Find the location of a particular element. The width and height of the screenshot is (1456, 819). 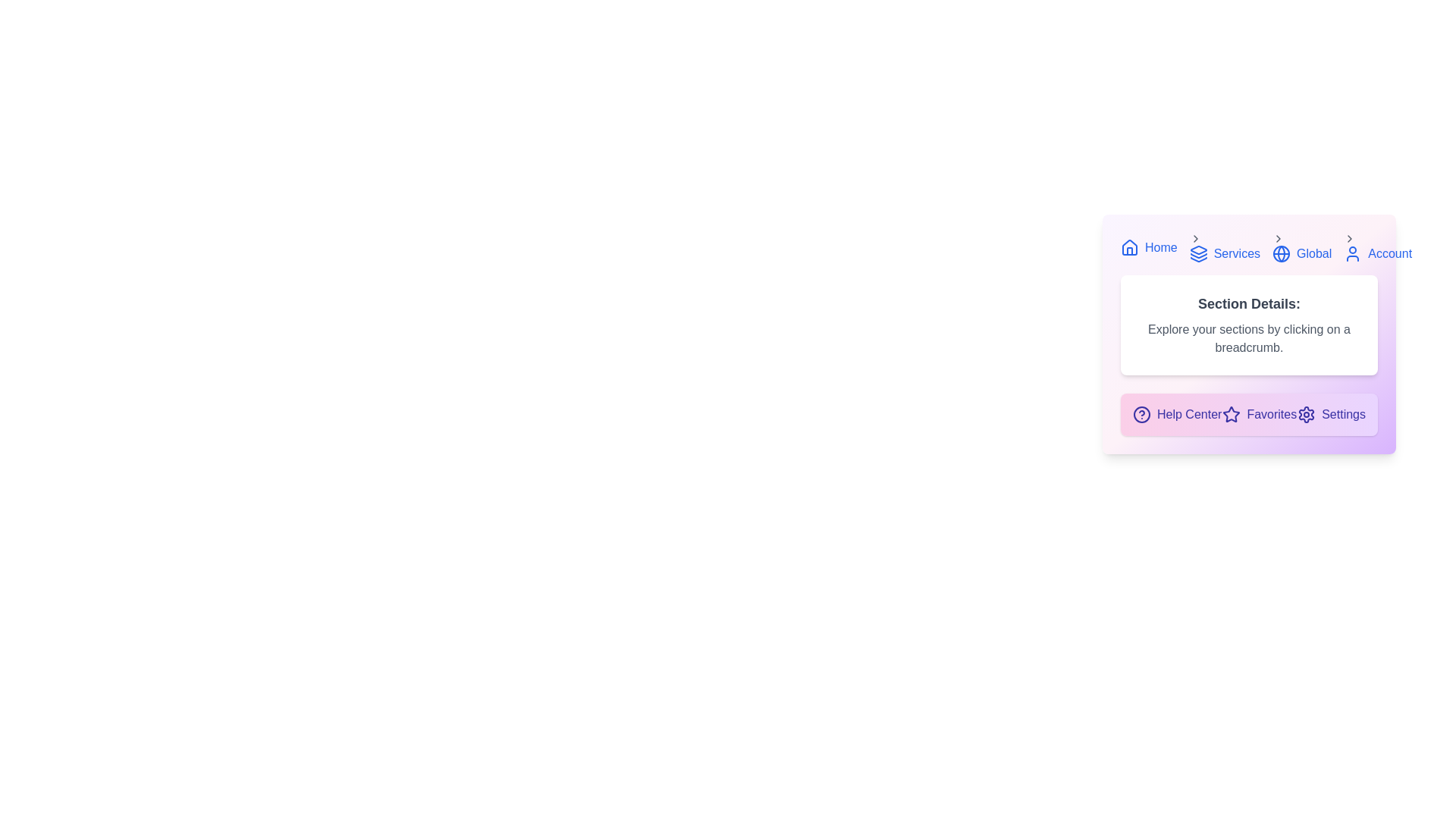

the breadcrumb link that indicates navigation to the 'Services' section, which is the second item between 'Home' and 'Global' links is located at coordinates (1249, 247).